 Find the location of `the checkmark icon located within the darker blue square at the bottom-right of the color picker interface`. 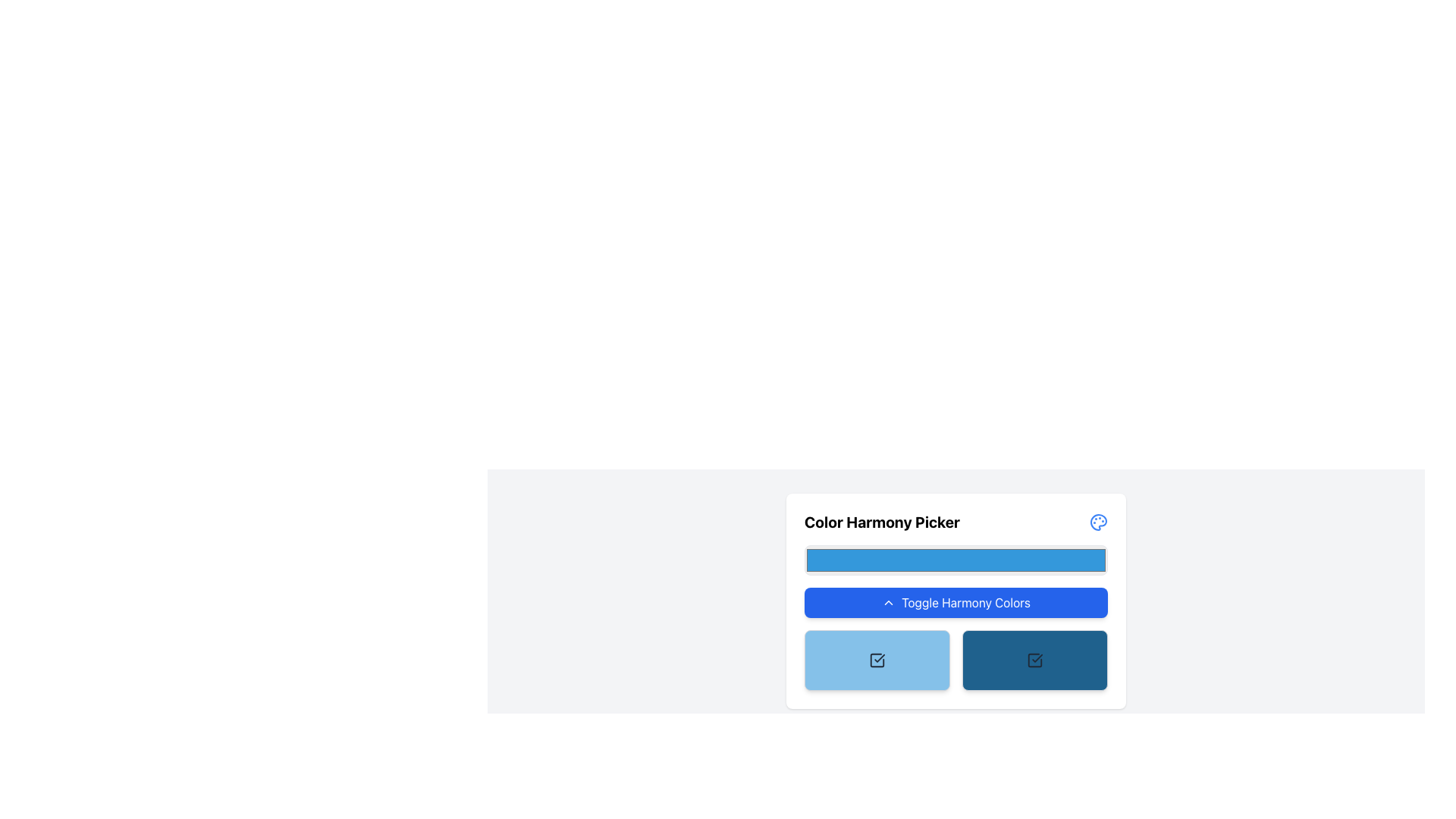

the checkmark icon located within the darker blue square at the bottom-right of the color picker interface is located at coordinates (1037, 657).